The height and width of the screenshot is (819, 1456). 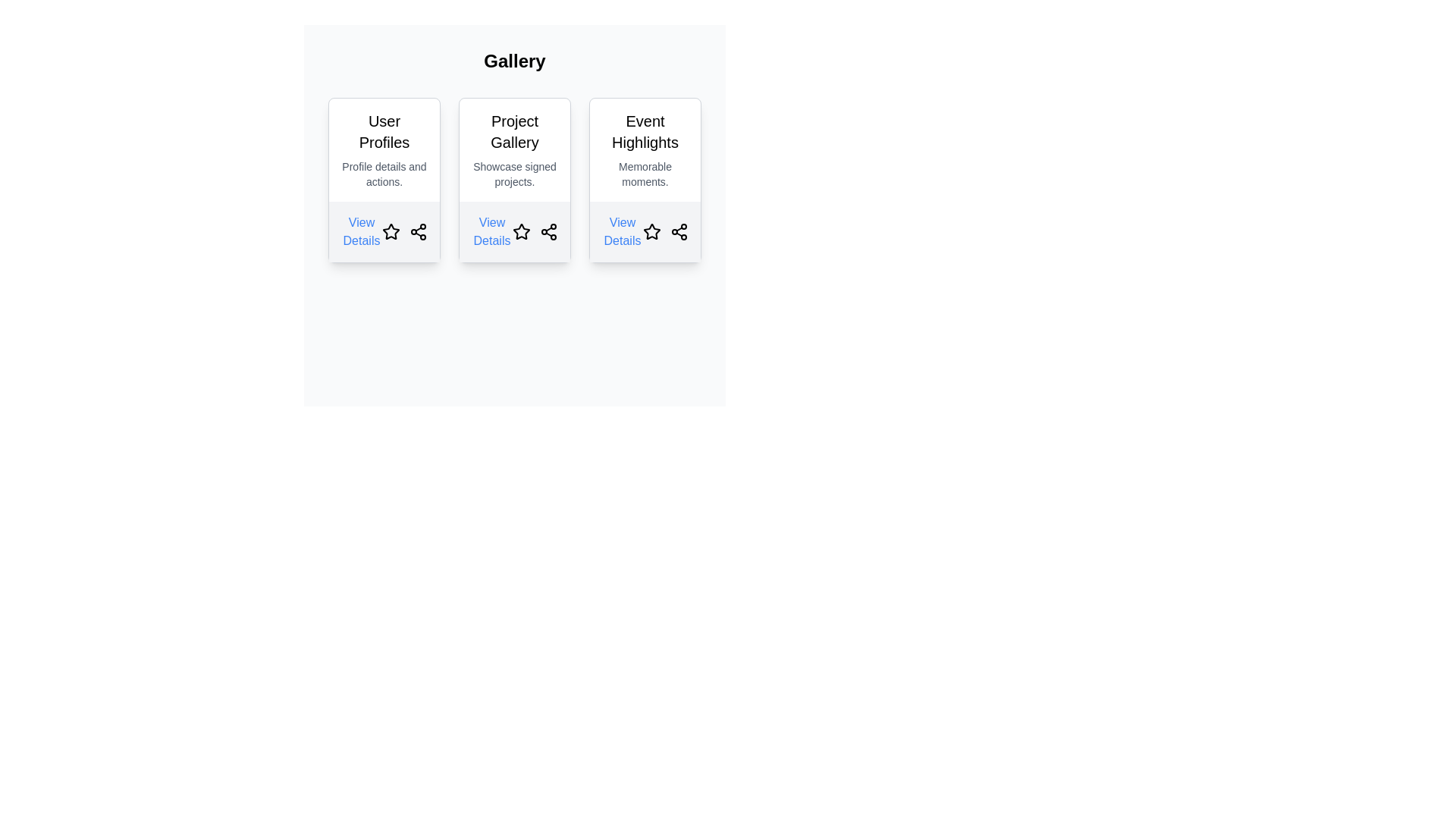 What do you see at coordinates (666, 231) in the screenshot?
I see `the star icon located in the bottom right corner of the 'Event Highlights' card, just below the 'View Details' text` at bounding box center [666, 231].